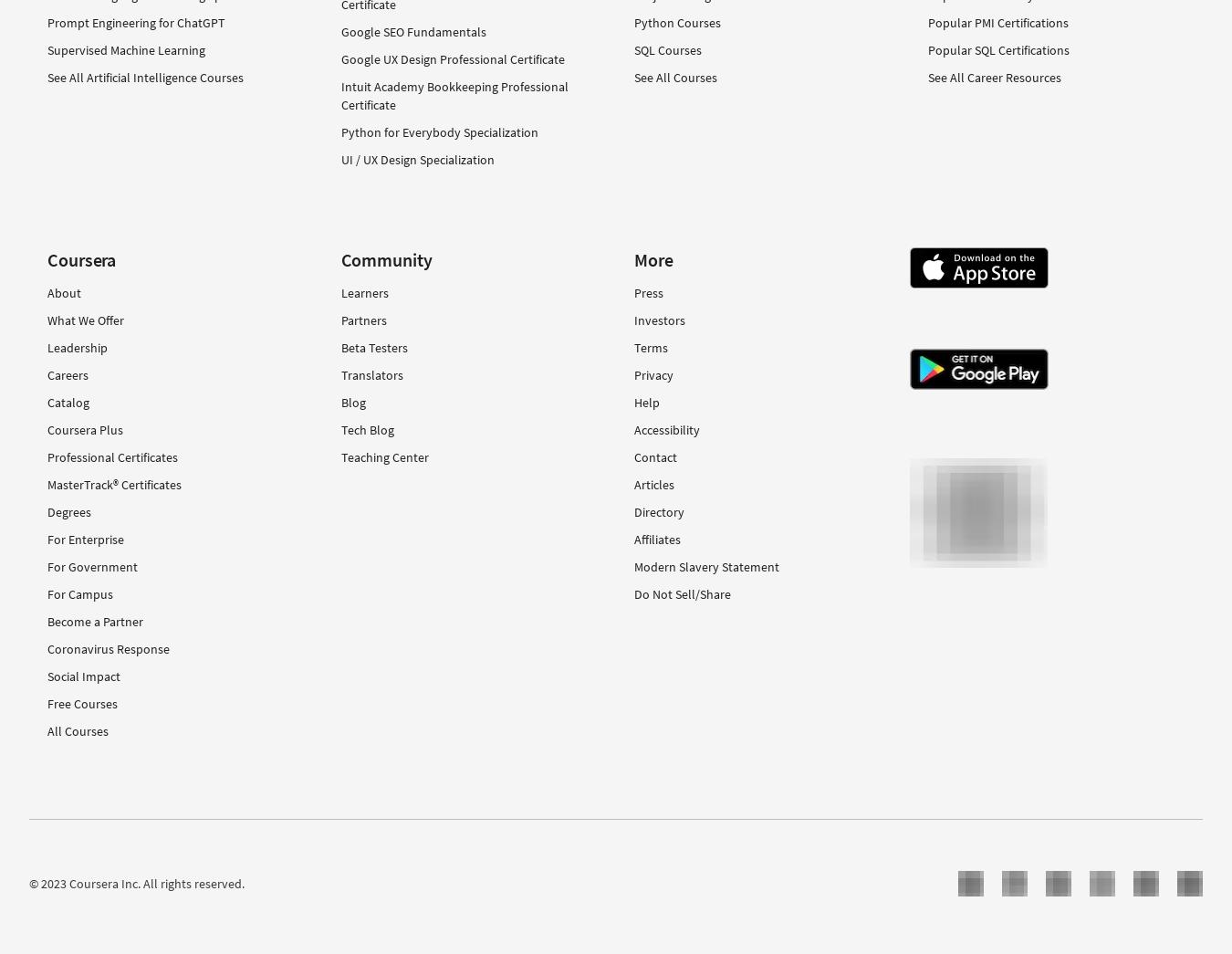 The width and height of the screenshot is (1232, 954). I want to click on 'Coursera', so click(80, 257).